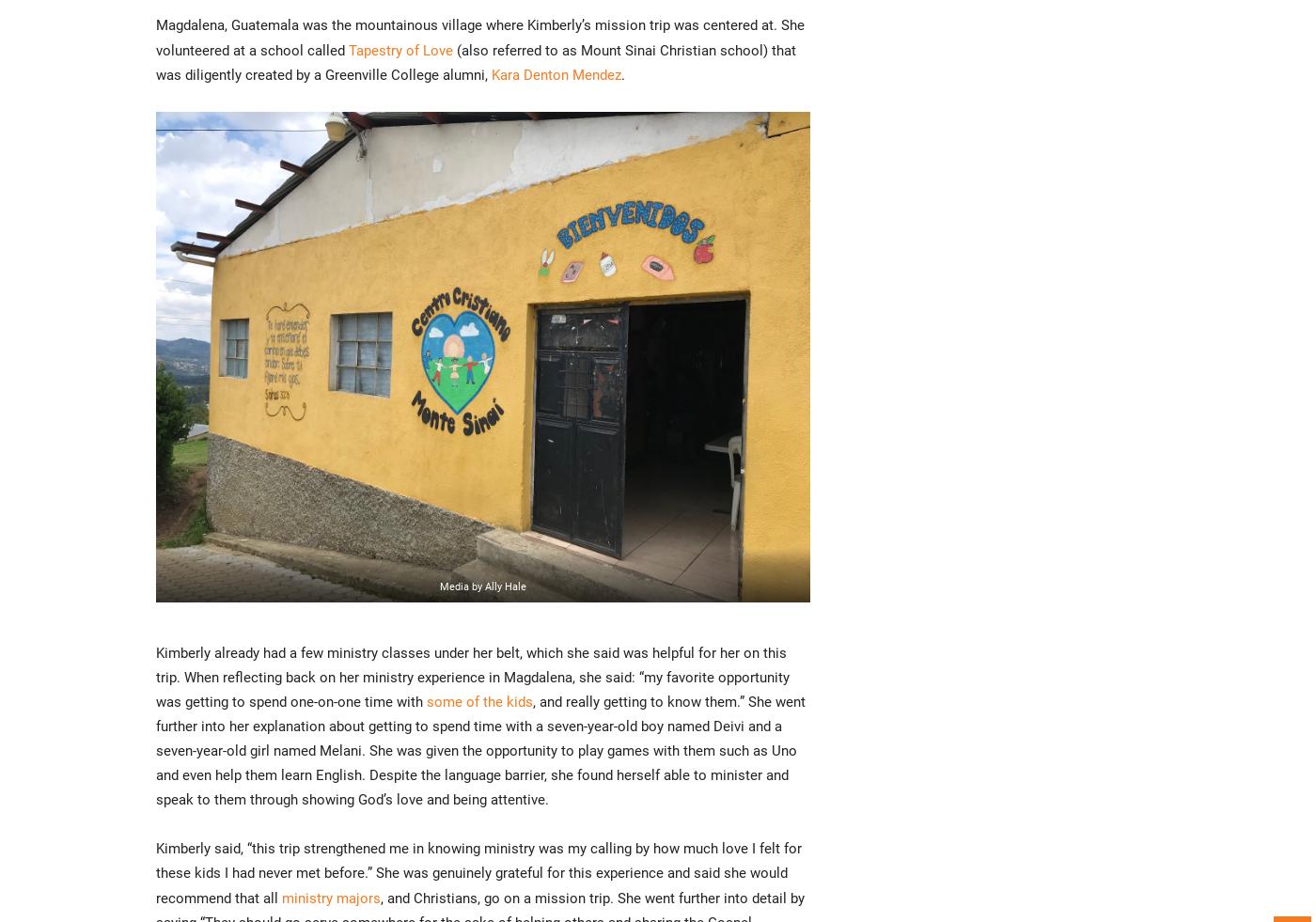 The width and height of the screenshot is (1316, 922). I want to click on 'Tapestry of Love', so click(400, 48).